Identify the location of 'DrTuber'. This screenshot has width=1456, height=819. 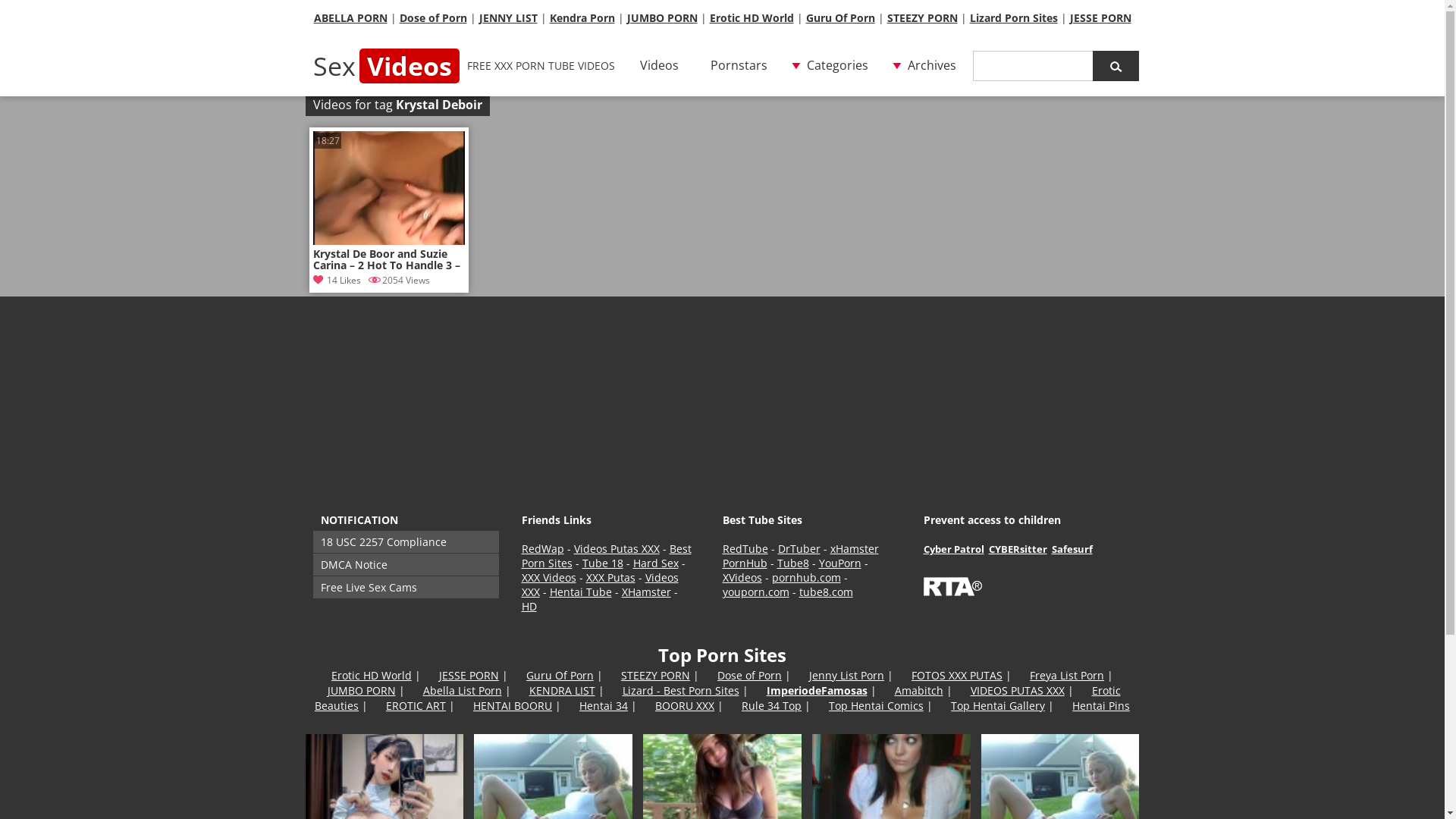
(799, 548).